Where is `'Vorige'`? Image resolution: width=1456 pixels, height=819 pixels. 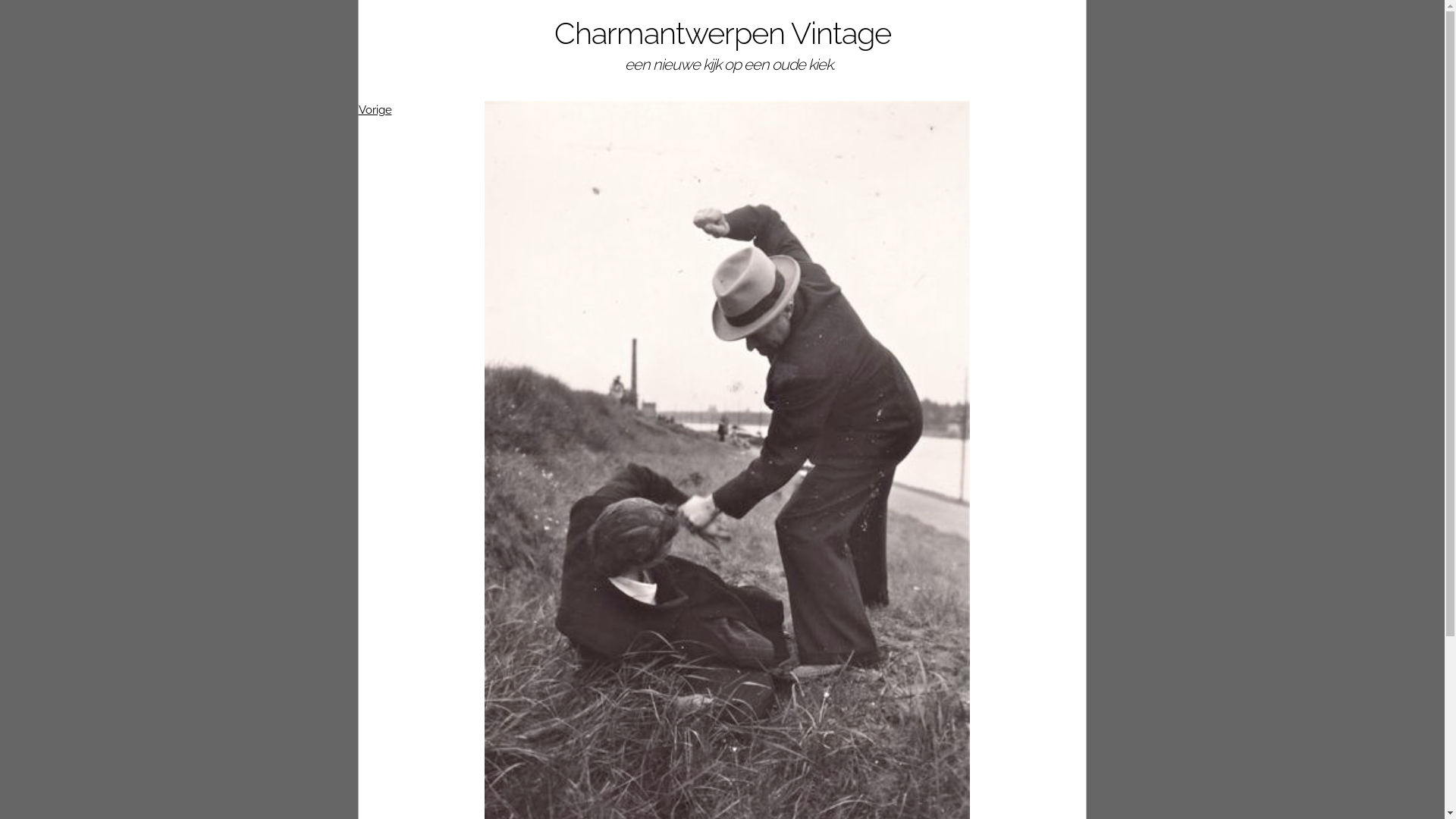 'Vorige' is located at coordinates (375, 109).